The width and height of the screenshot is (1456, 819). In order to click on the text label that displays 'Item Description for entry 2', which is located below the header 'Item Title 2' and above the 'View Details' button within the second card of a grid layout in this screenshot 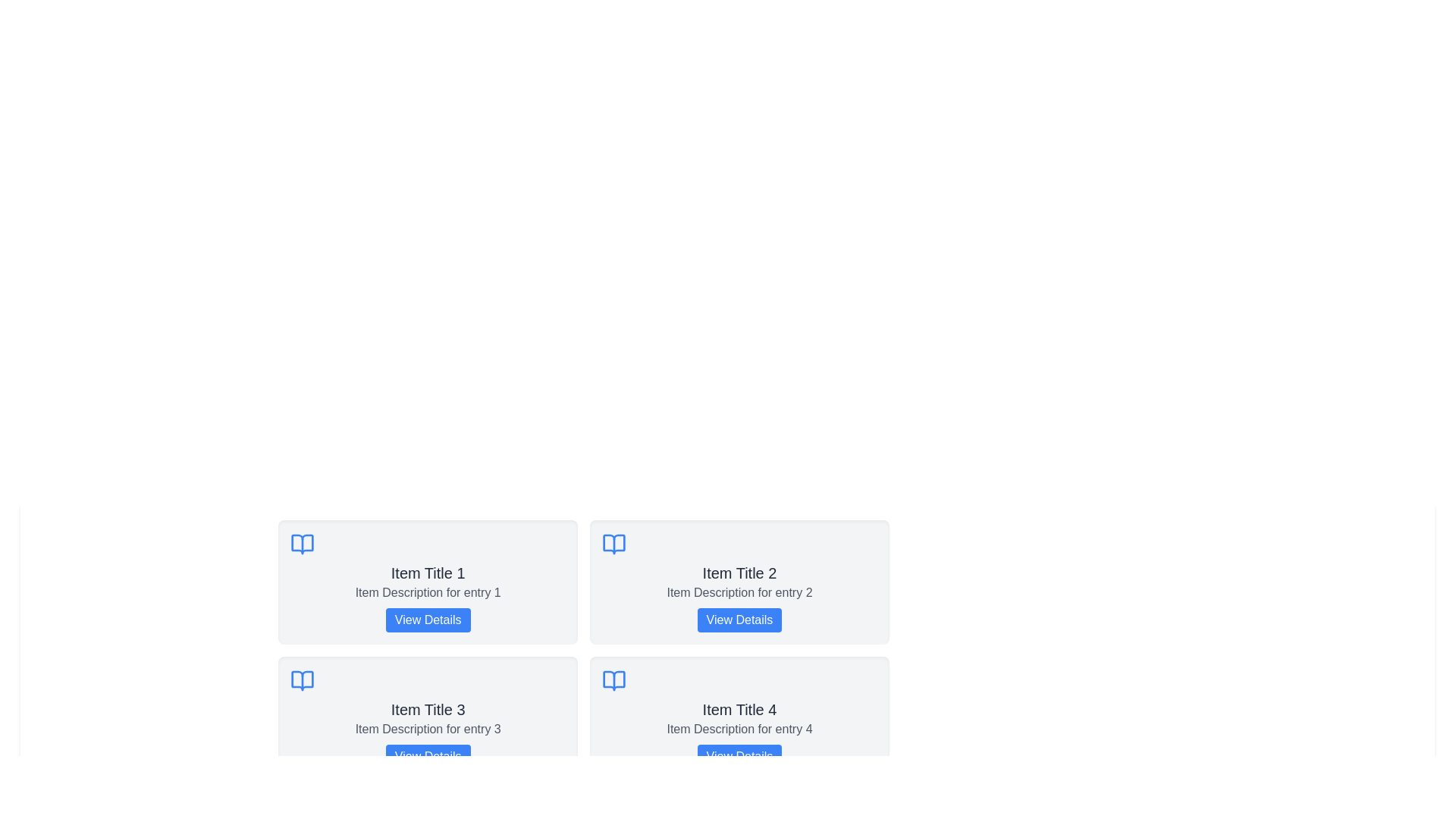, I will do `click(739, 592)`.